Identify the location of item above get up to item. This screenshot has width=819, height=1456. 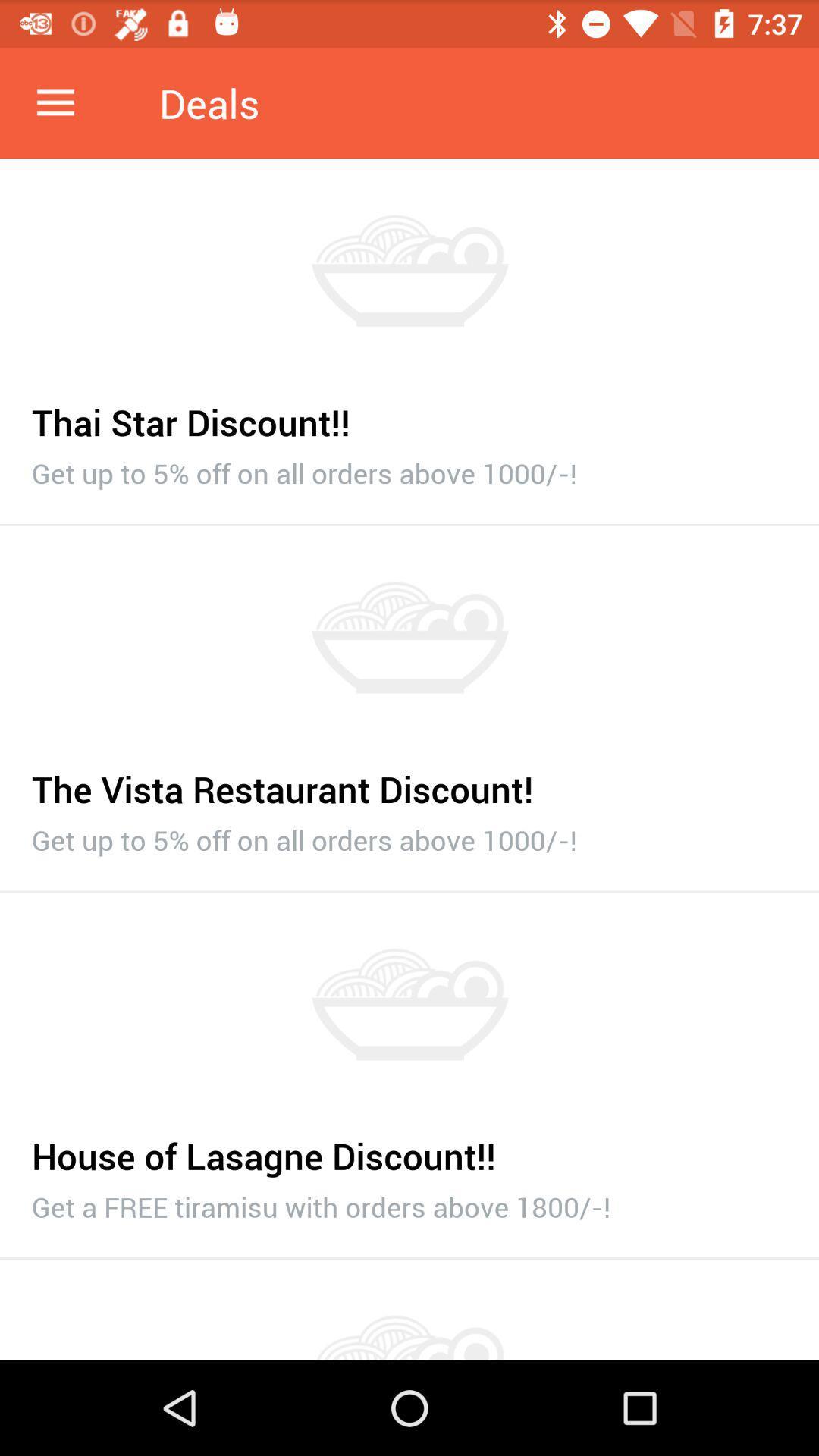
(409, 781).